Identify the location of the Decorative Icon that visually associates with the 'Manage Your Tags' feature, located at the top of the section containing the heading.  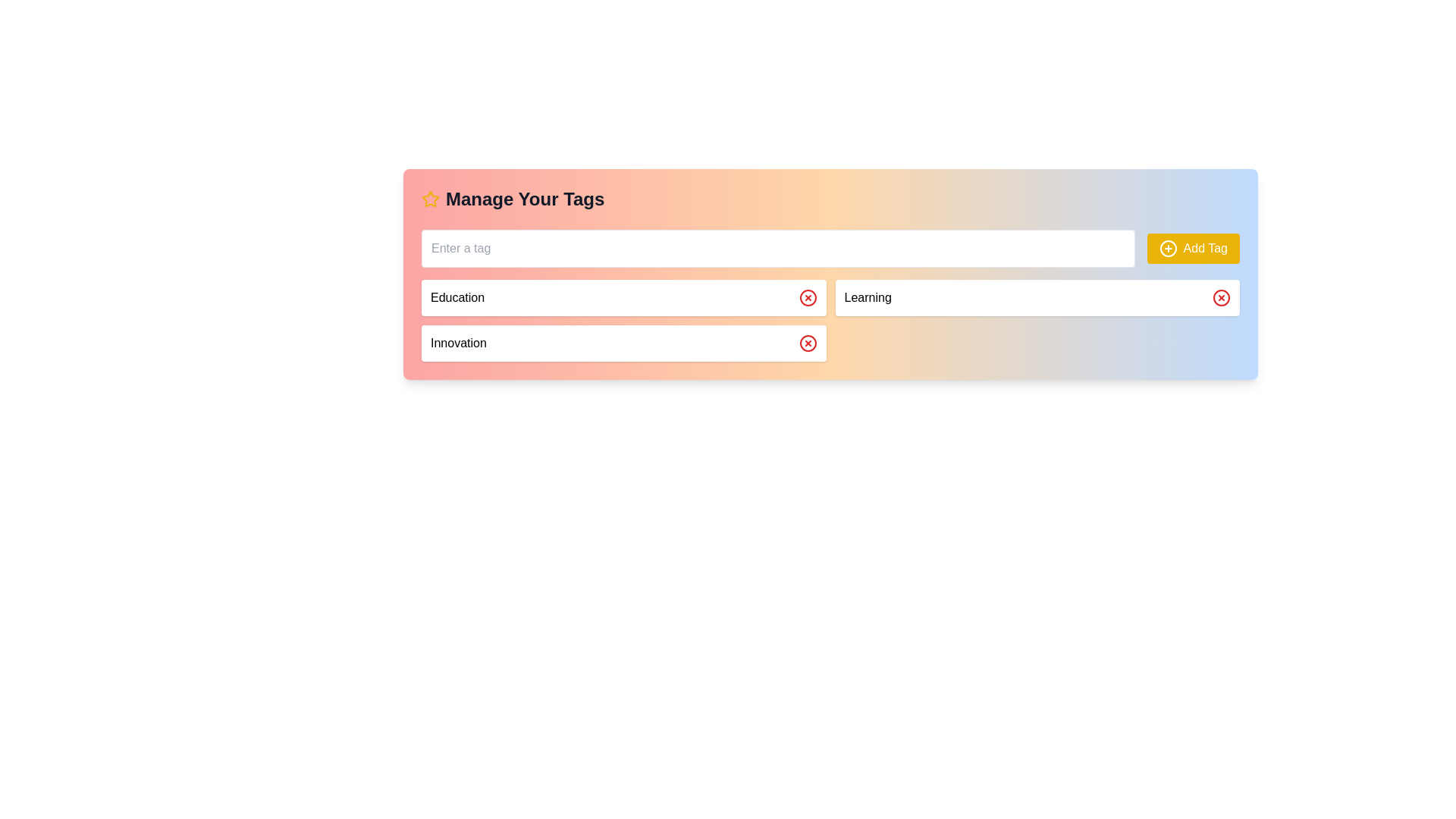
(429, 198).